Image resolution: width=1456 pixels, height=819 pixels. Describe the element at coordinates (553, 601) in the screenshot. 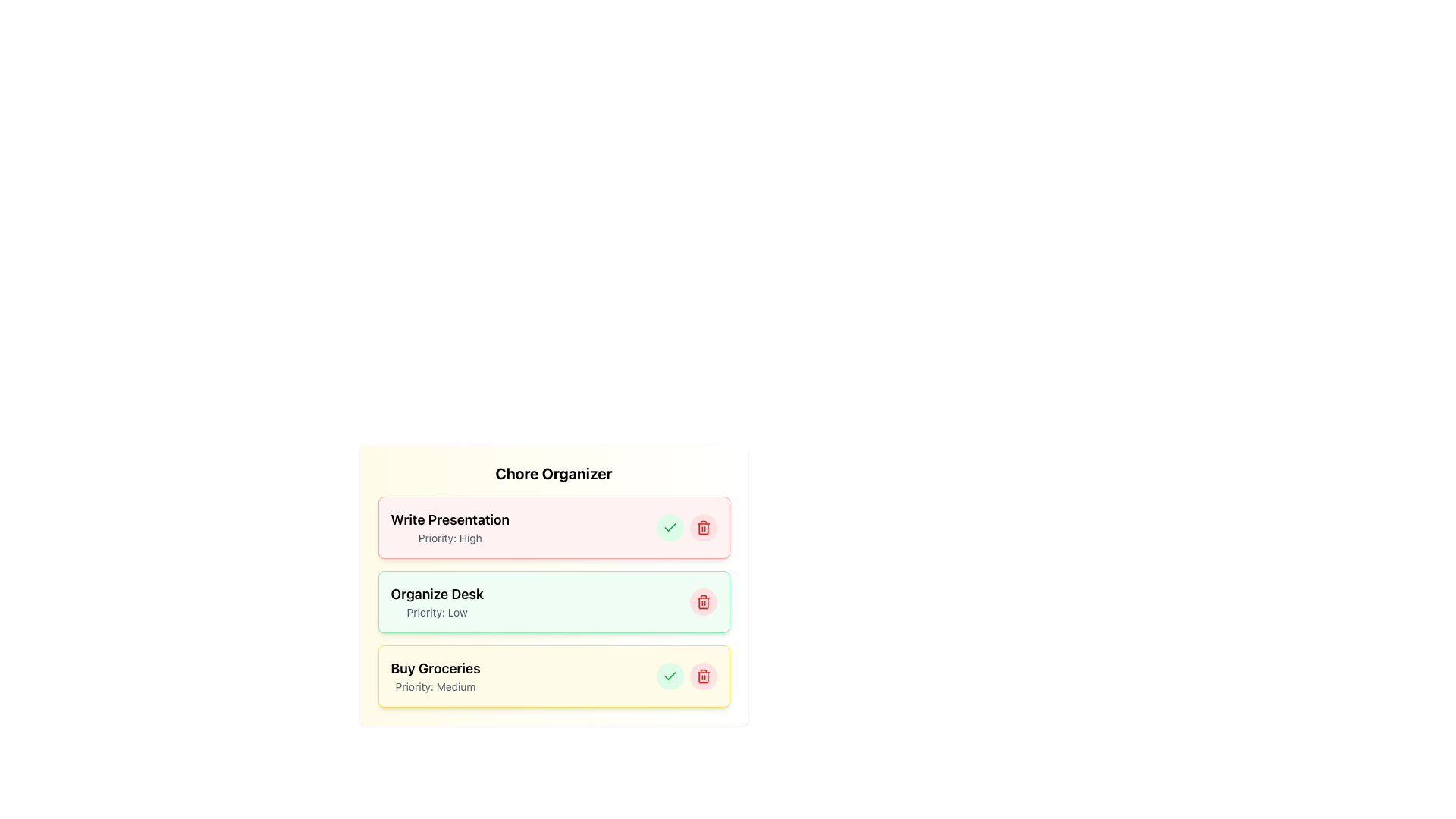

I see `details of the second list item titled 'Organize Desk' within the task organizer, which is visually identified by its green border and light green background` at that location.